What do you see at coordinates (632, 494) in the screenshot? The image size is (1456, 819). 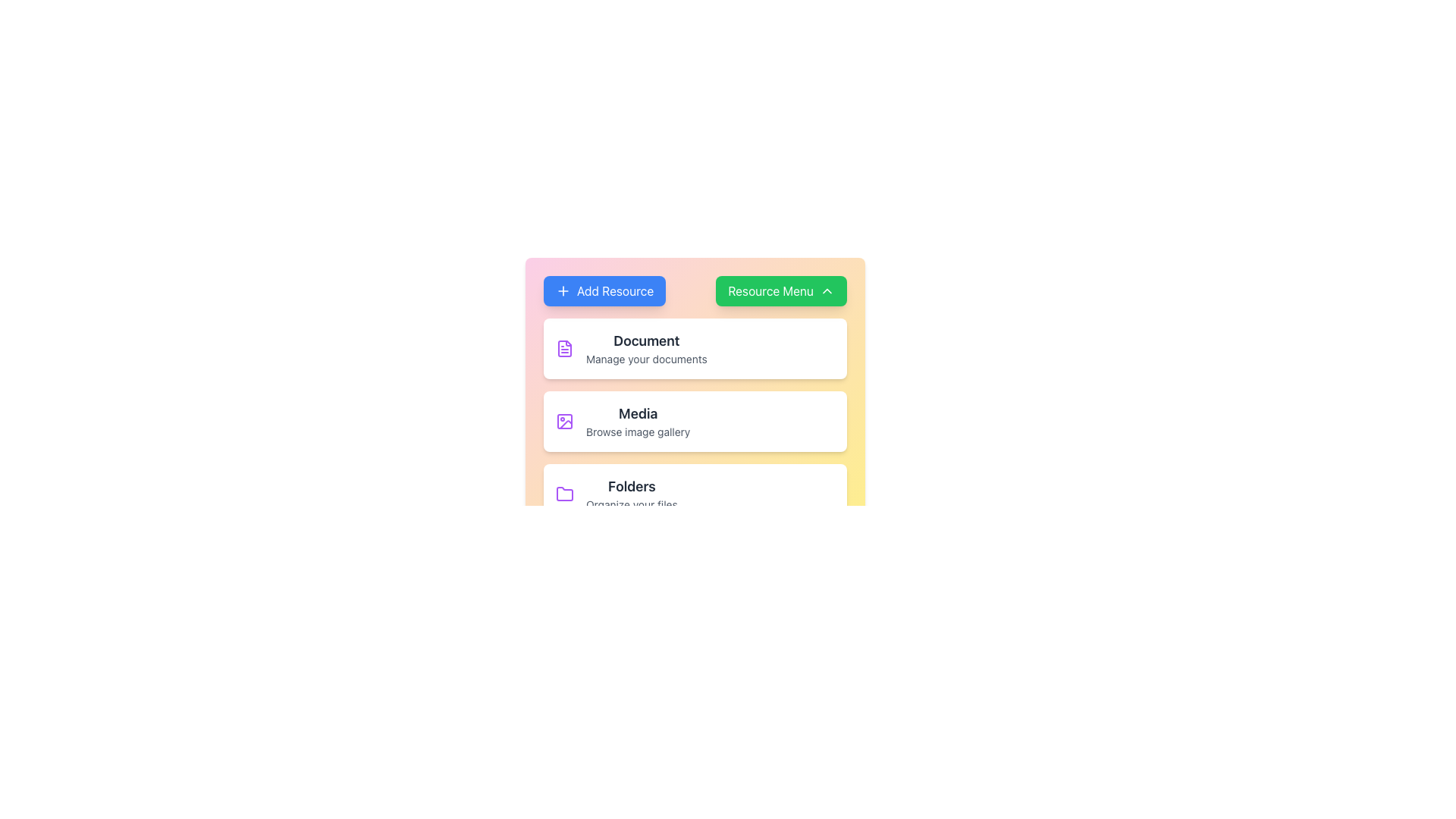 I see `the text block that serves as a title and description for the 'Folders' feature` at bounding box center [632, 494].